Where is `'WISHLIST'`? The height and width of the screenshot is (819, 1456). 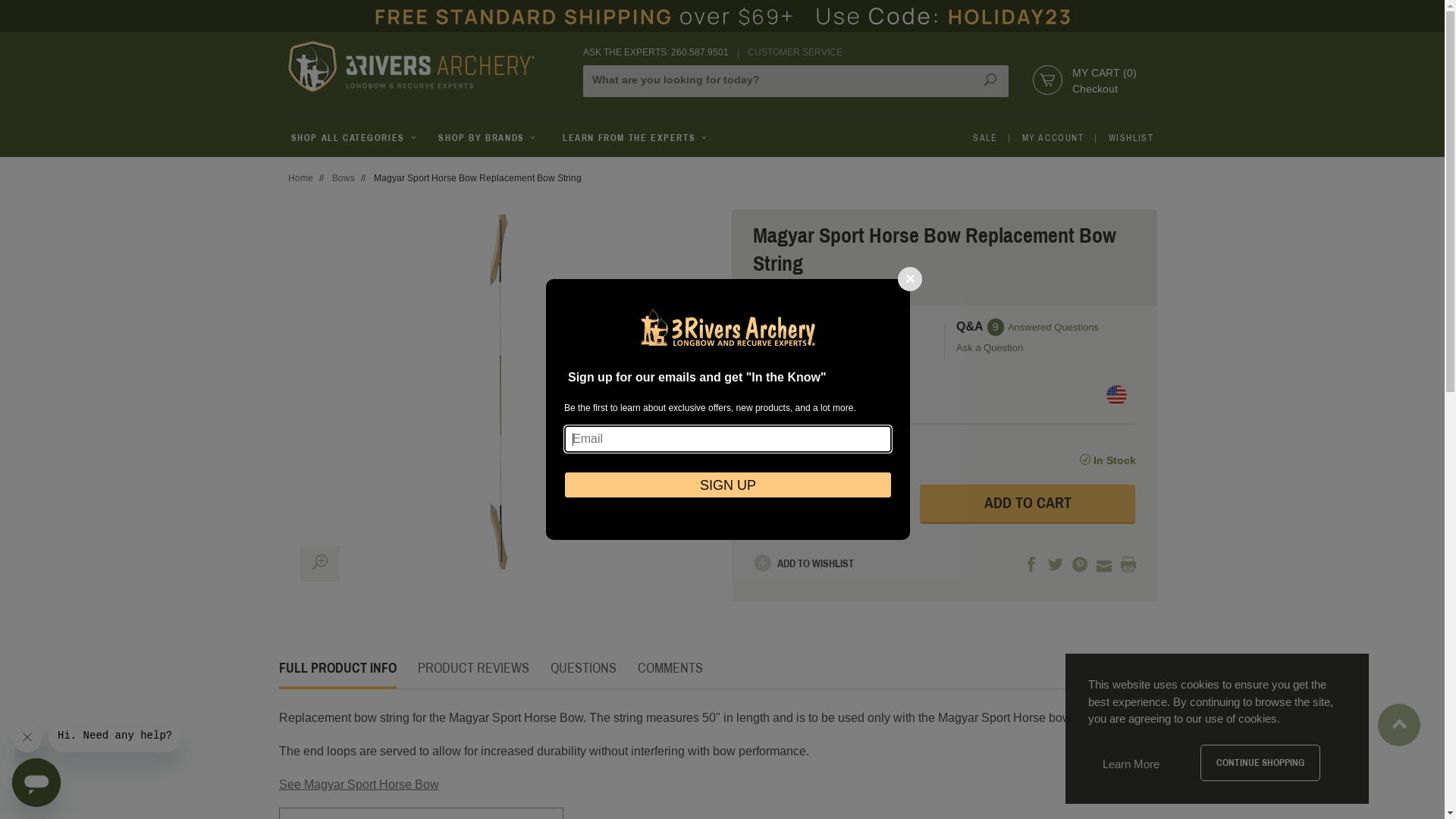
'WISHLIST' is located at coordinates (1131, 138).